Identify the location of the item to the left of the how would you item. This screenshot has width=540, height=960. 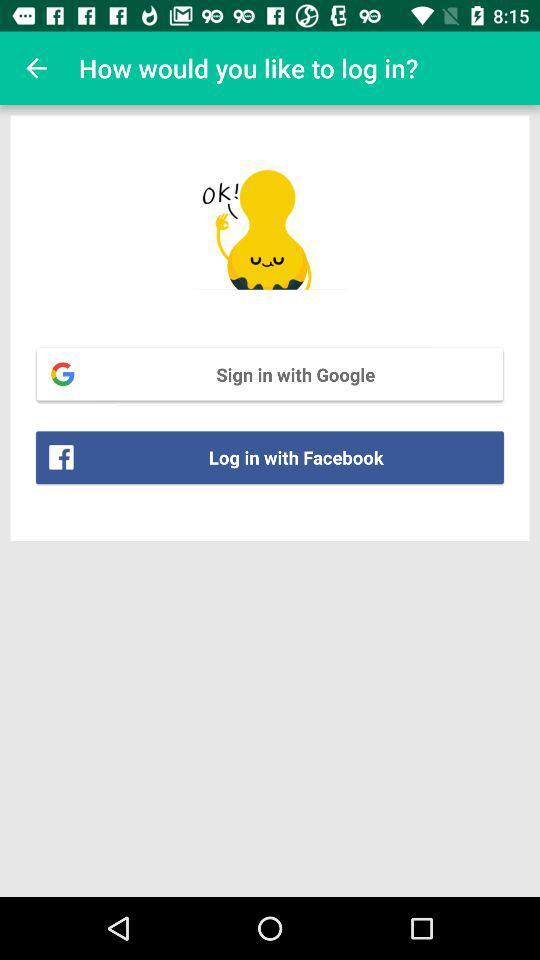
(36, 68).